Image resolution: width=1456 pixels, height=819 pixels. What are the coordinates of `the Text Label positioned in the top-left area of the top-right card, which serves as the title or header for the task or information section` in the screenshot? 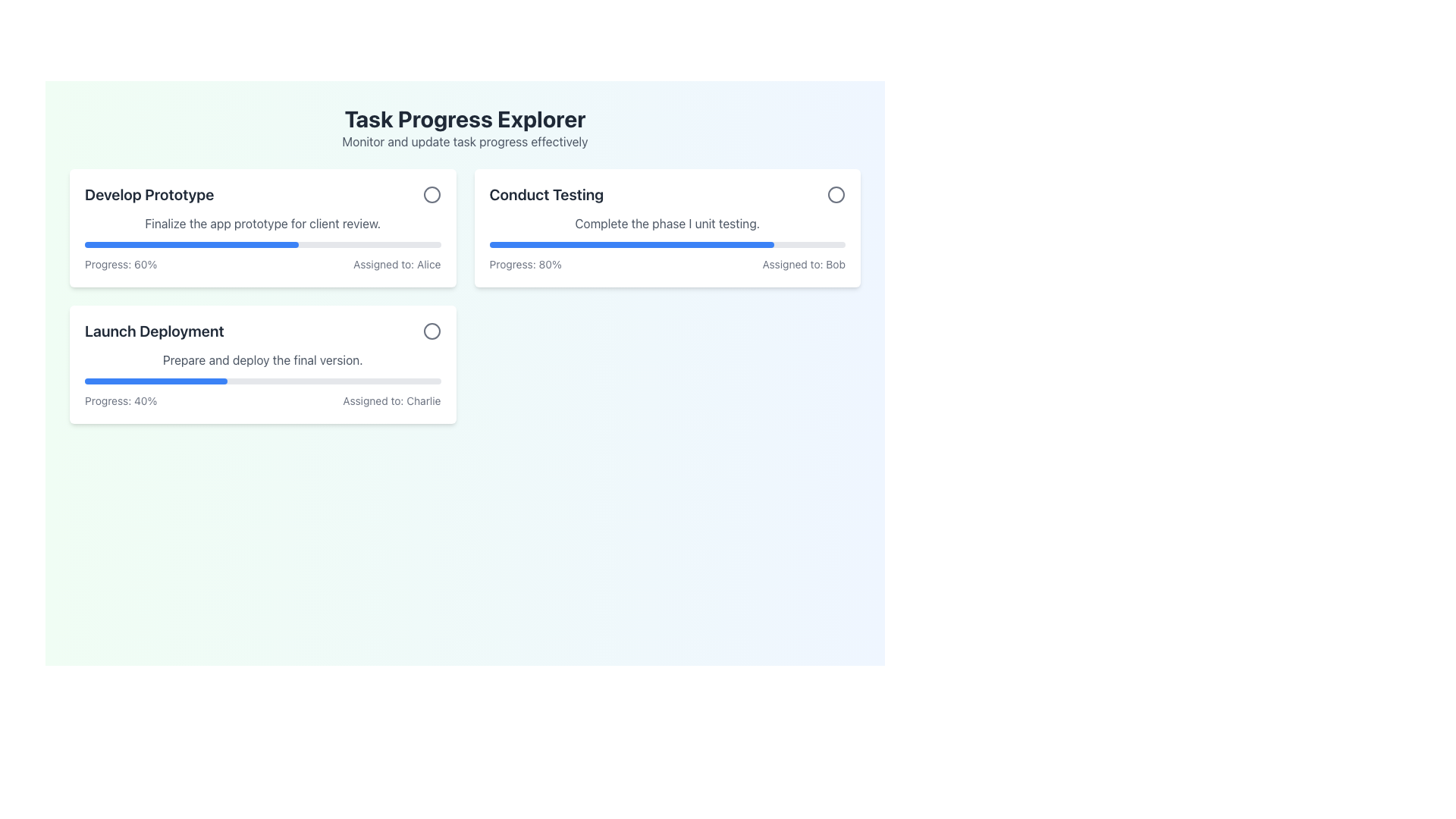 It's located at (546, 194).